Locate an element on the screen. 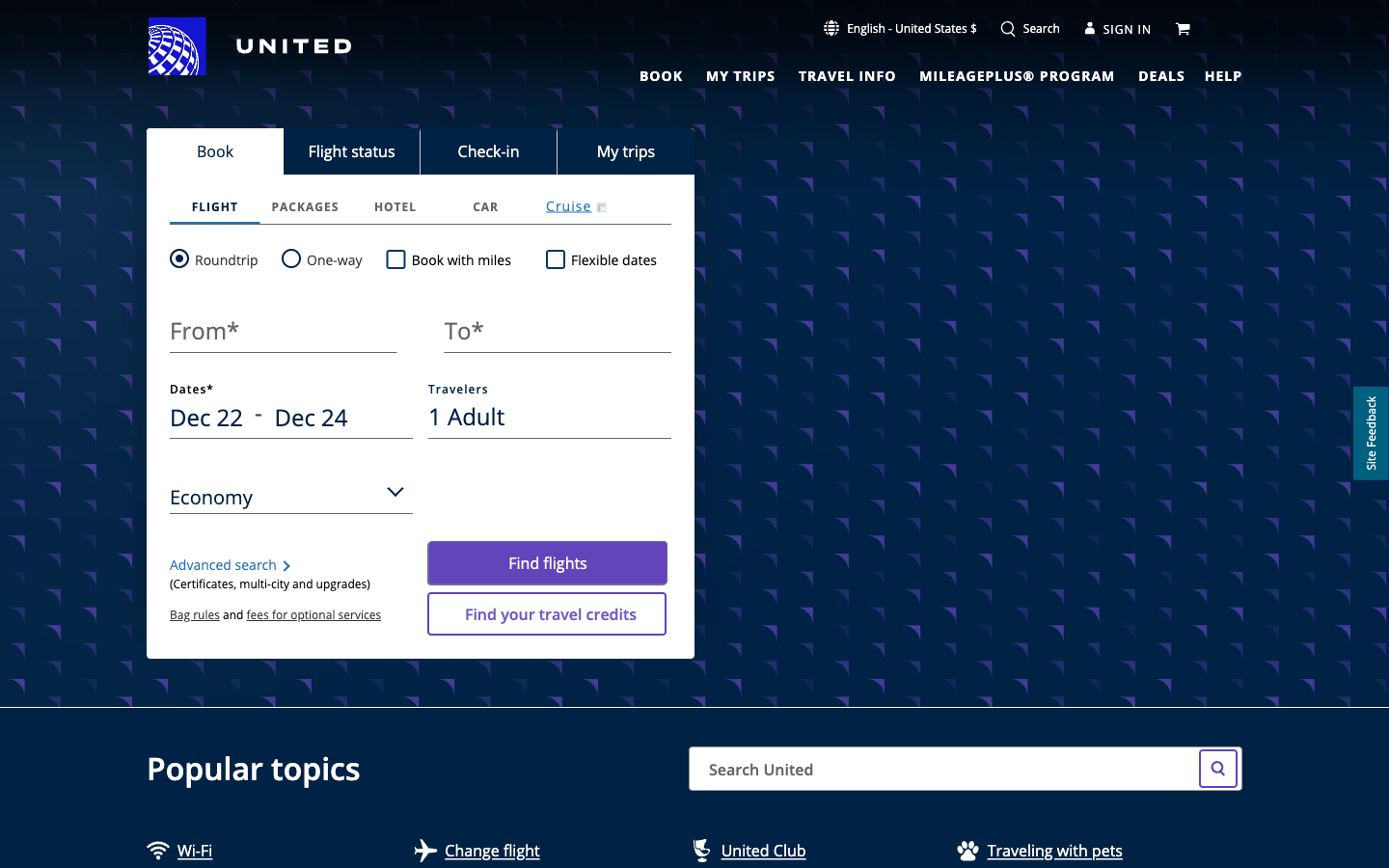  Head to United Club Site is located at coordinates (807, 854).